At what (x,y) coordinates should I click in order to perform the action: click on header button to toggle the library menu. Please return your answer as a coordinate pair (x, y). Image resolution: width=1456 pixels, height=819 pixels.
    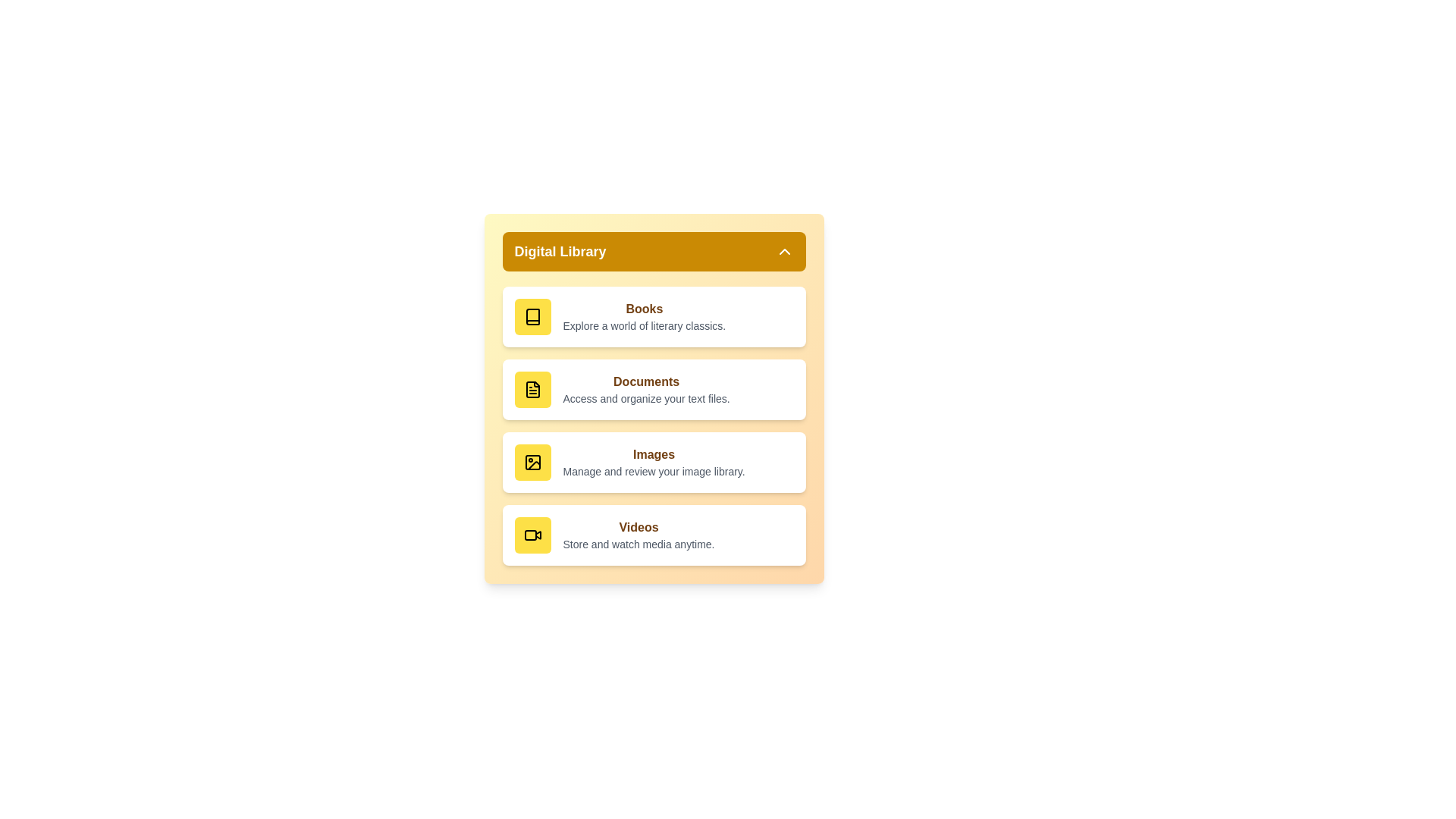
    Looking at the image, I should click on (654, 250).